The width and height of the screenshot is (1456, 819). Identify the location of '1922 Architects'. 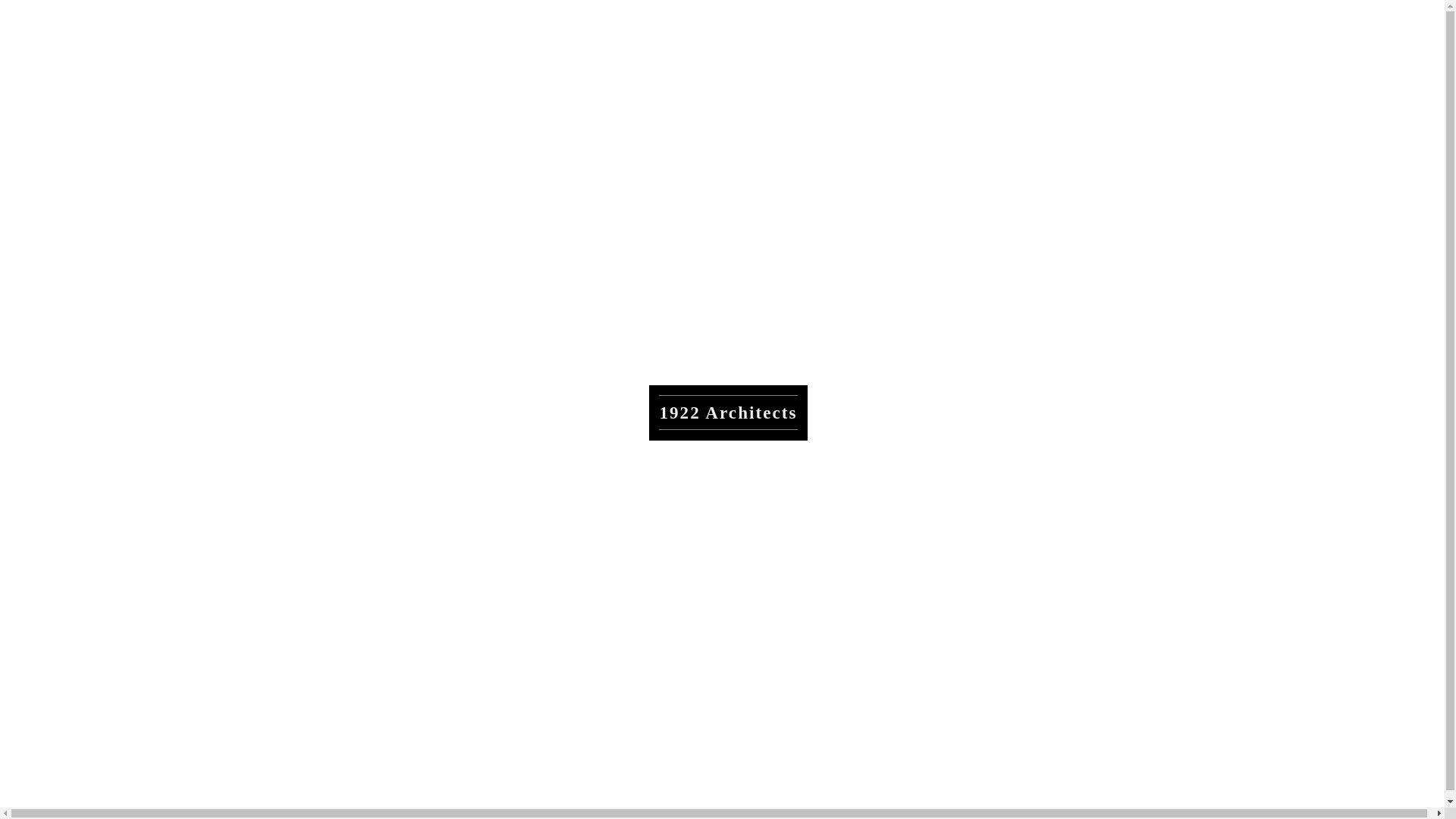
(728, 413).